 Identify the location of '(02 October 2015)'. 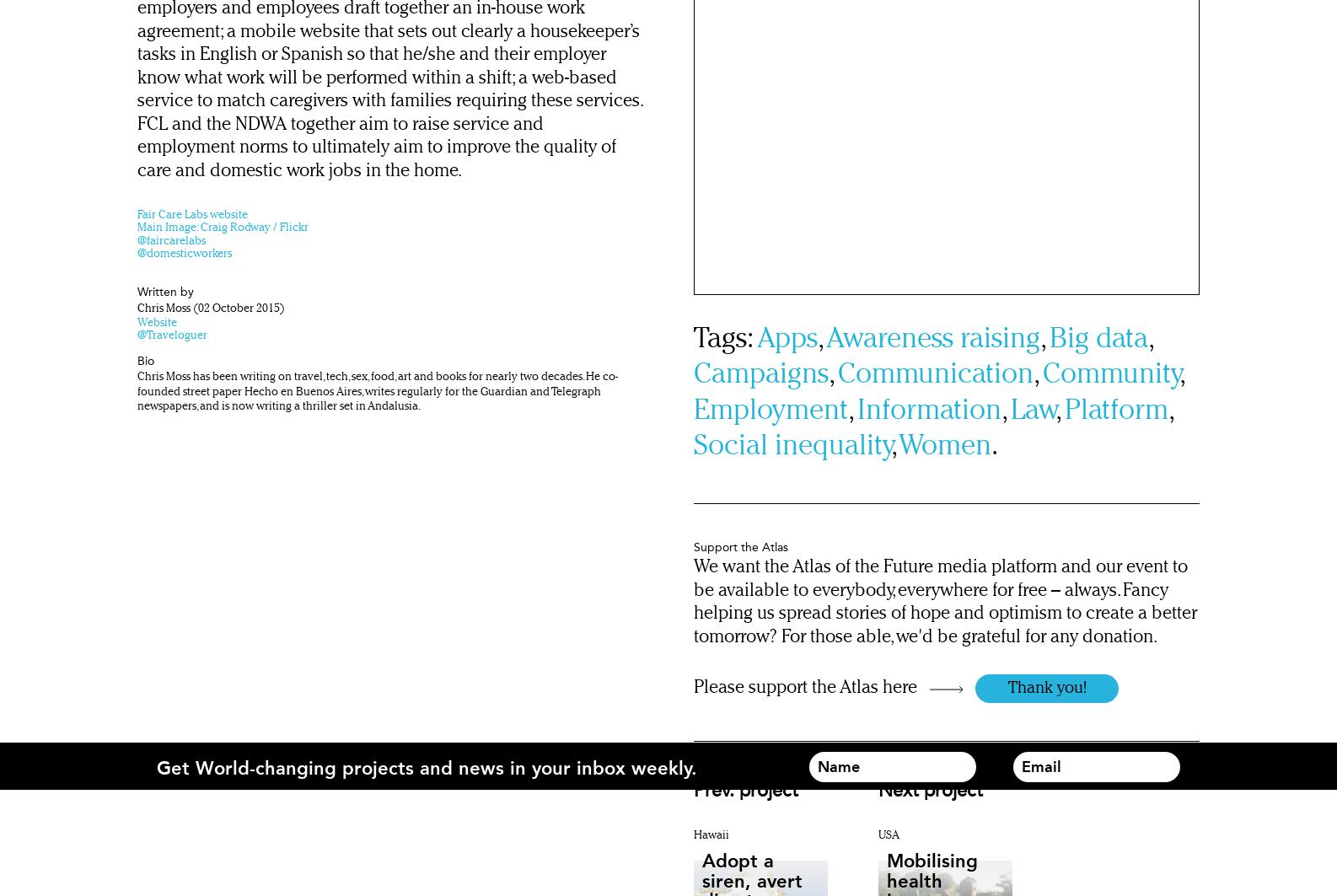
(193, 308).